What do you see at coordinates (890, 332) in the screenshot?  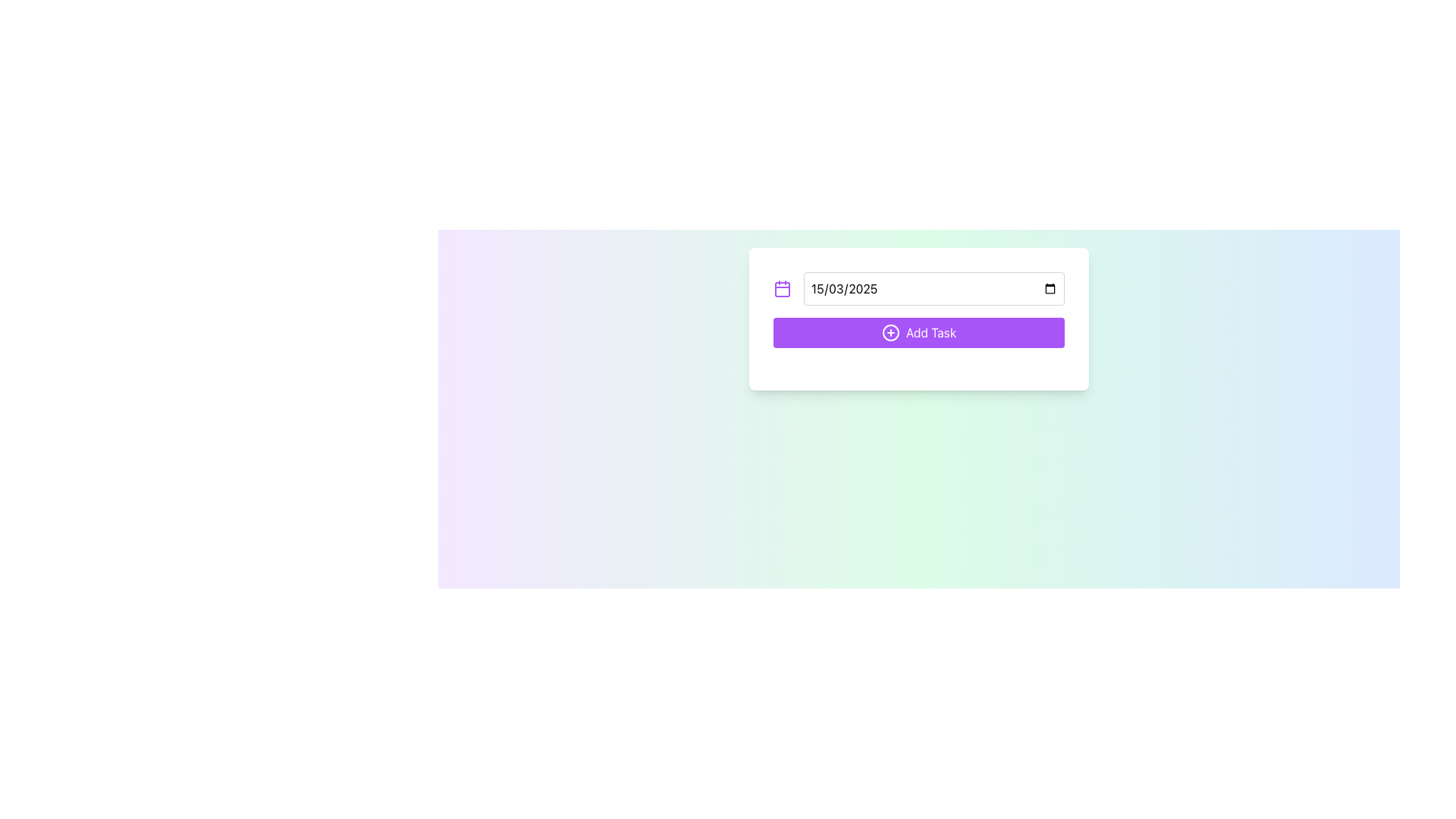 I see `the central circular stroke of the 'Add Task' button icon, which is part of a graphical representation including a cross within a circle` at bounding box center [890, 332].